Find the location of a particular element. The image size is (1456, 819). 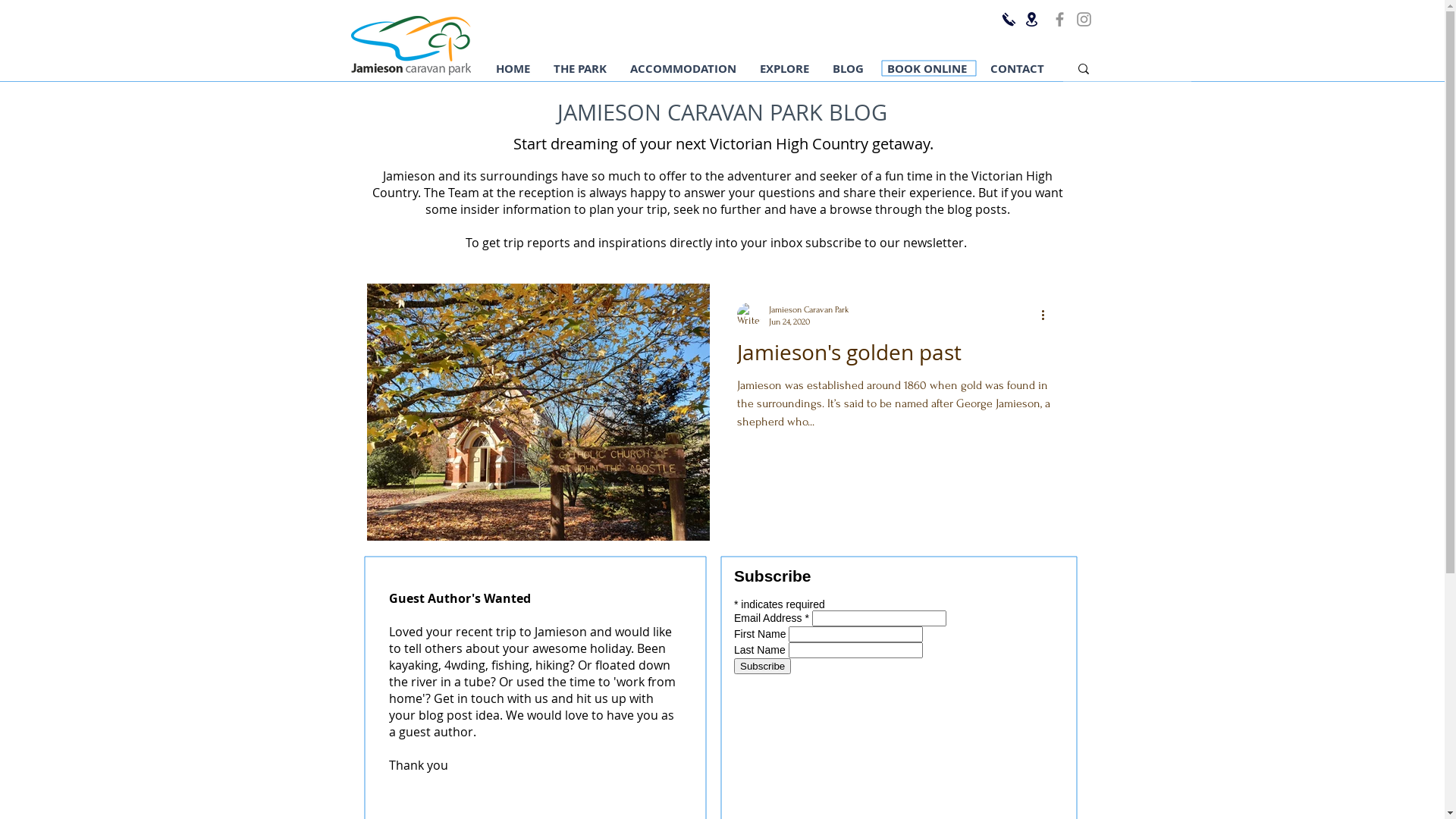

'CONTACT' is located at coordinates (1016, 68).